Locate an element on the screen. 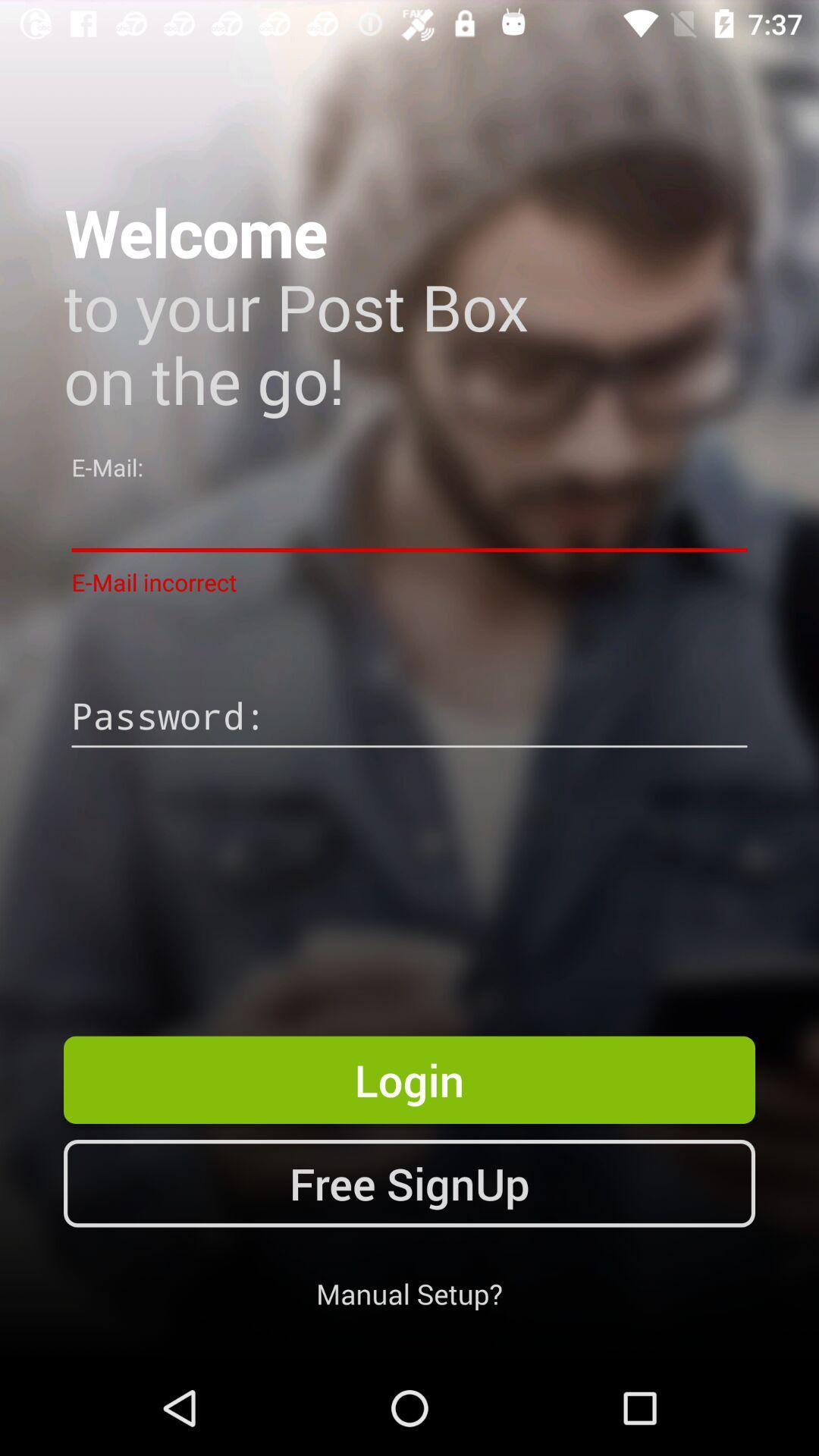 This screenshot has height=1456, width=819. manual setup? is located at coordinates (409, 1293).